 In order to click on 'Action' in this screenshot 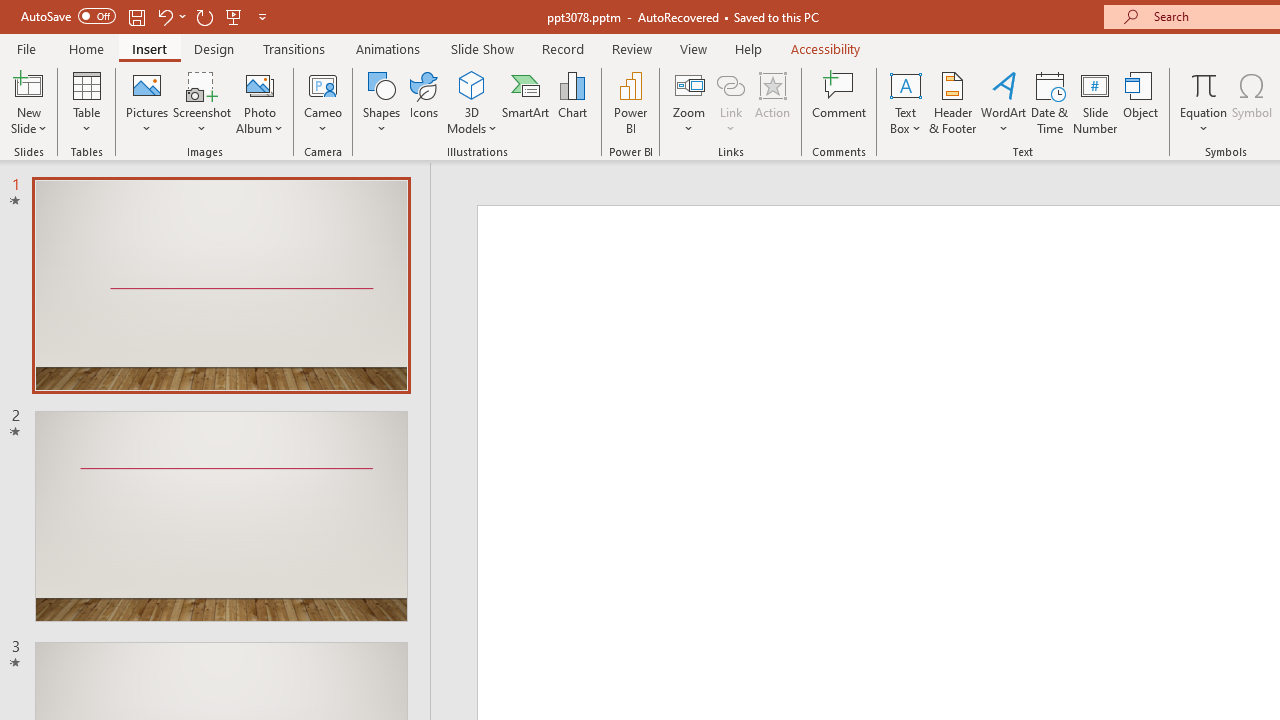, I will do `click(772, 103)`.